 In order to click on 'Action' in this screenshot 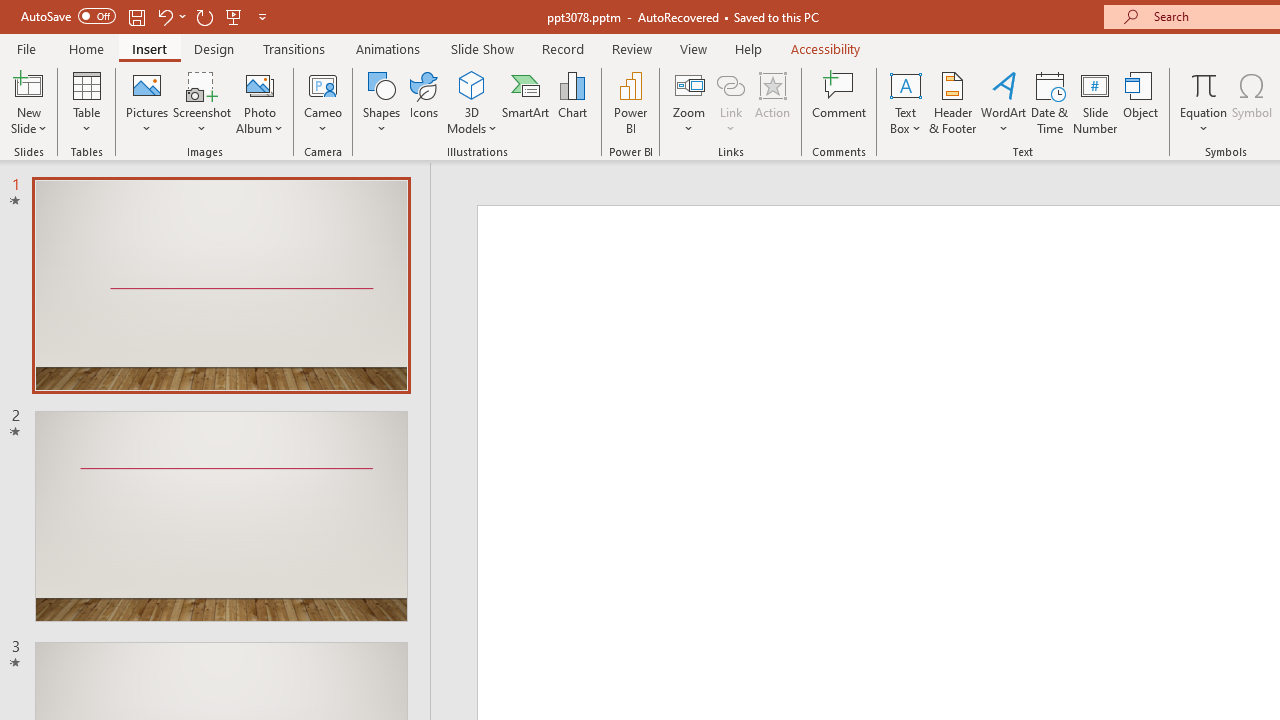, I will do `click(772, 103)`.